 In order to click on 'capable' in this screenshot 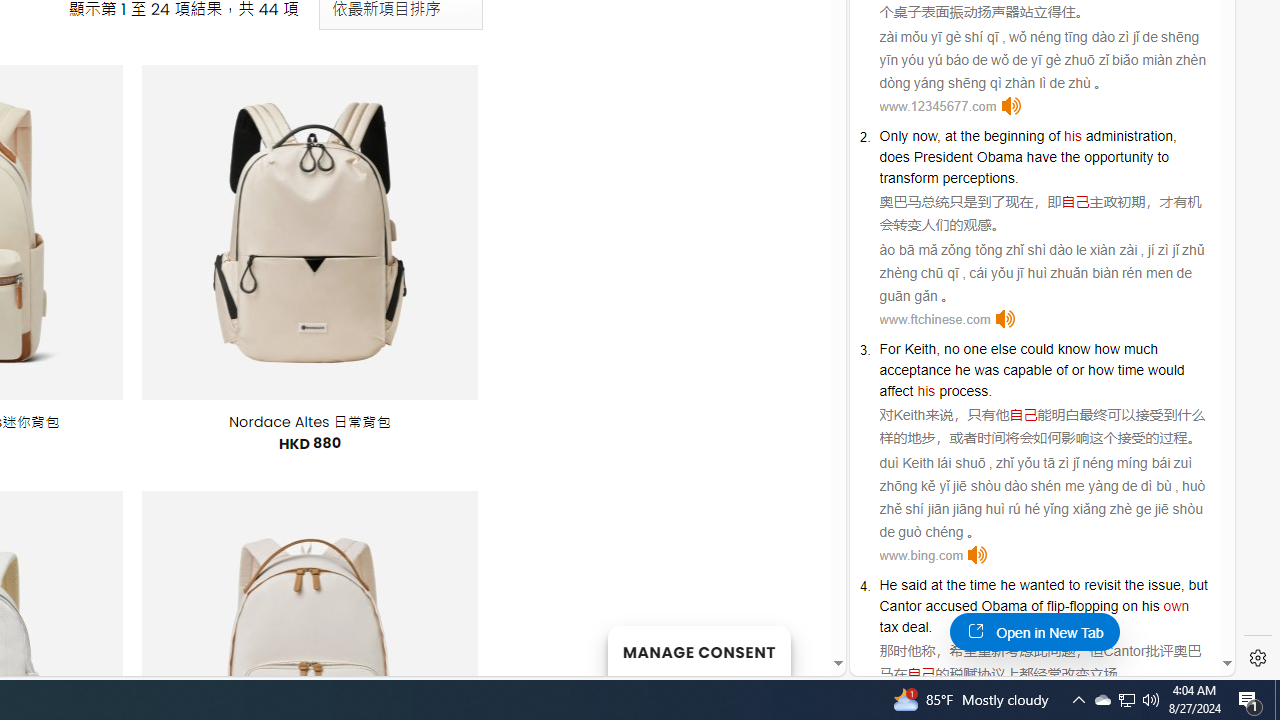, I will do `click(1028, 370)`.